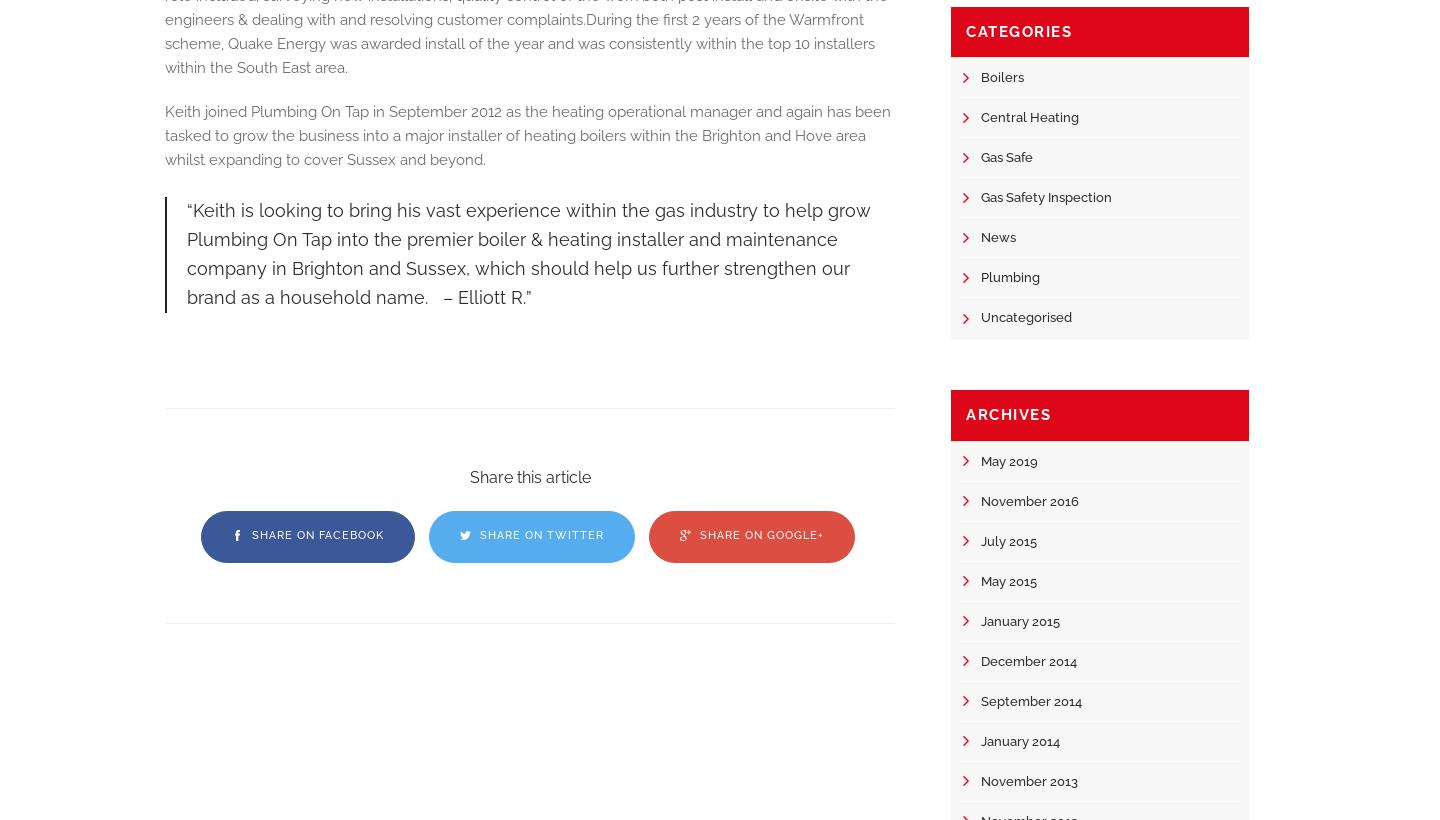 The width and height of the screenshot is (1440, 820). What do you see at coordinates (1029, 659) in the screenshot?
I see `'December 2014'` at bounding box center [1029, 659].